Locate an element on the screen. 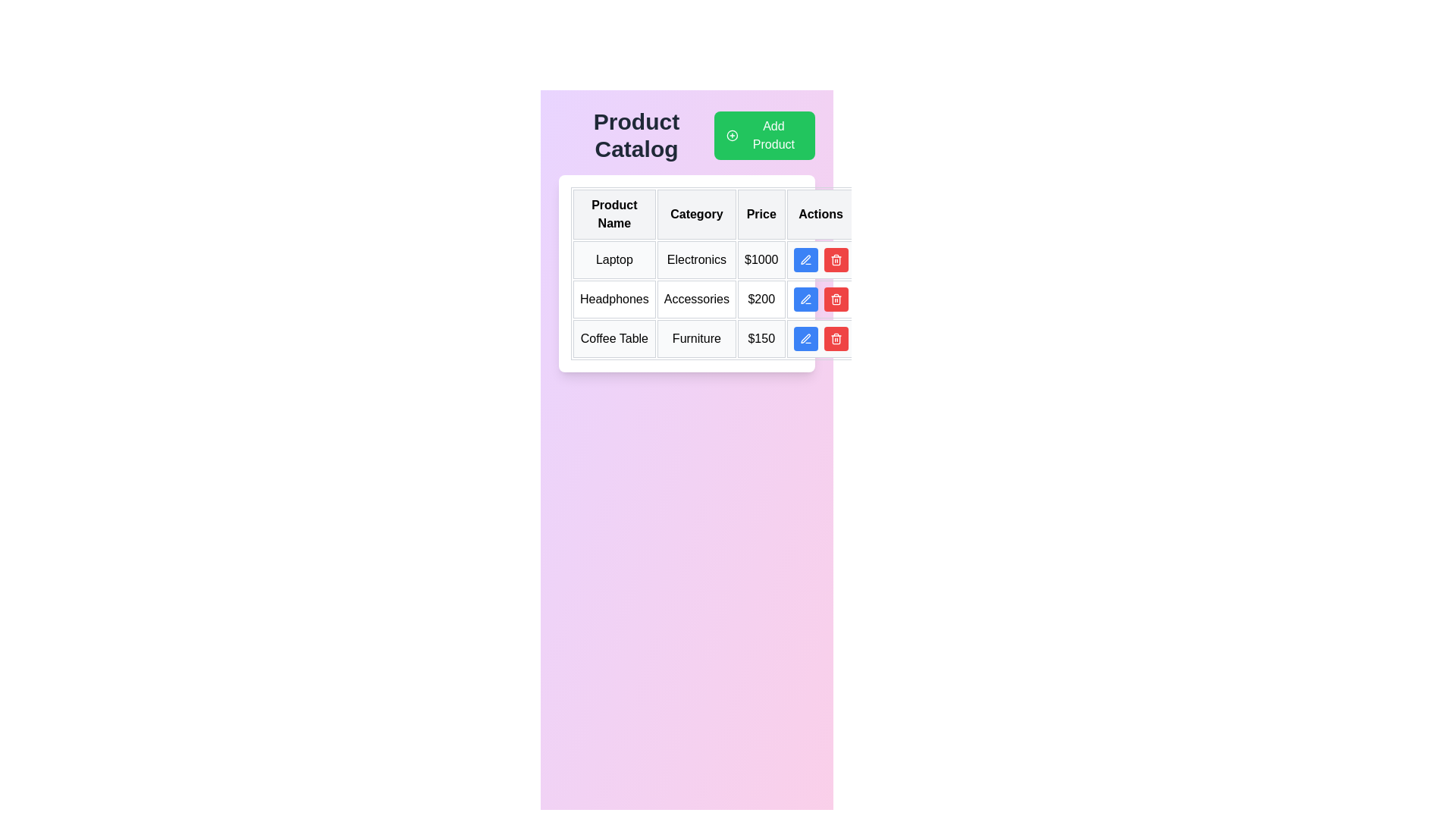 This screenshot has width=1456, height=819. the edit icon button, styled as a pen, located in the third row of the Actions column in the table is located at coordinates (805, 259).